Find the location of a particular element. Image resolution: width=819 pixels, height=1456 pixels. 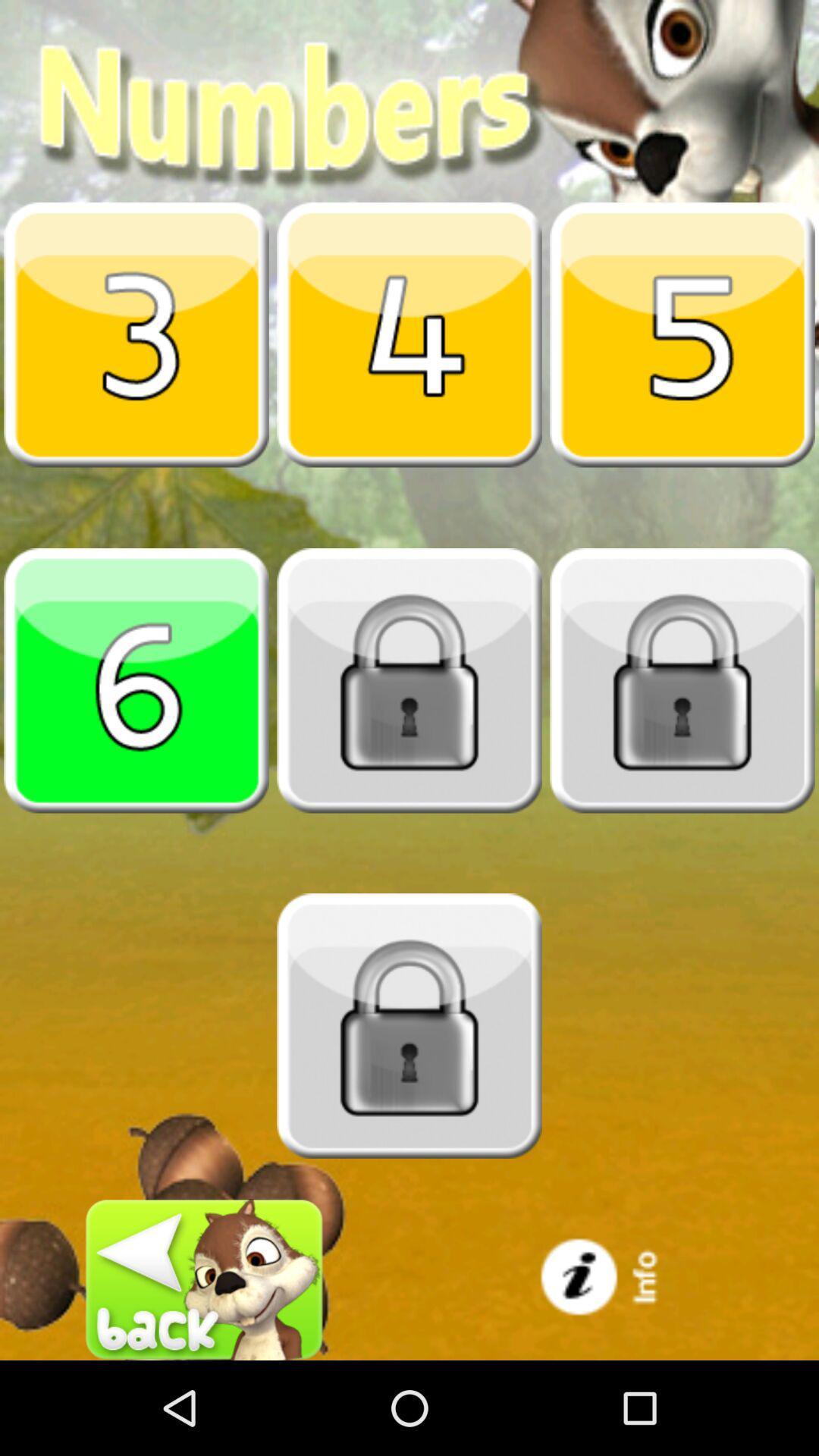

go back is located at coordinates (205, 1279).